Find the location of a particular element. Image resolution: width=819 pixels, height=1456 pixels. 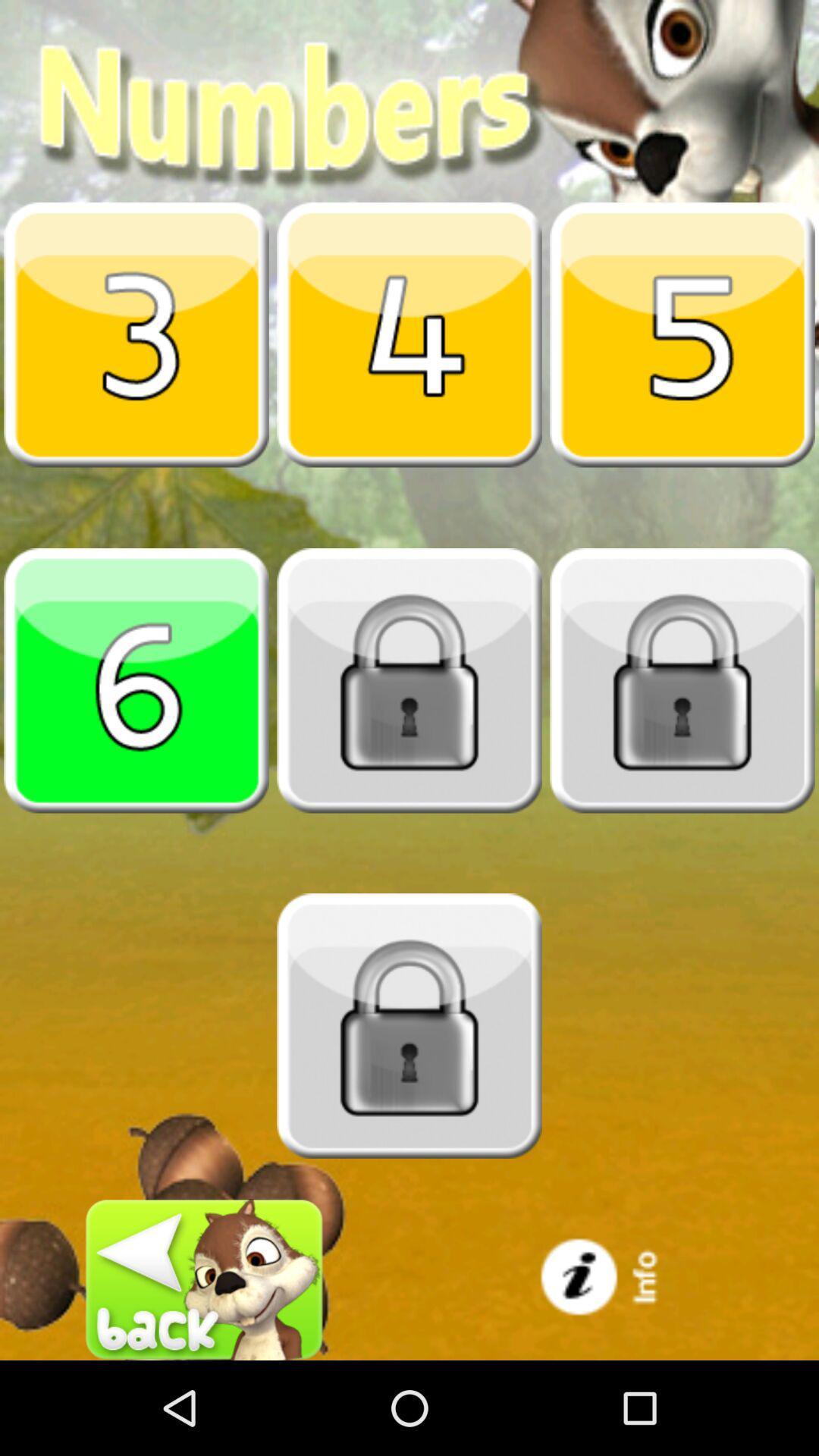

go back is located at coordinates (205, 1279).